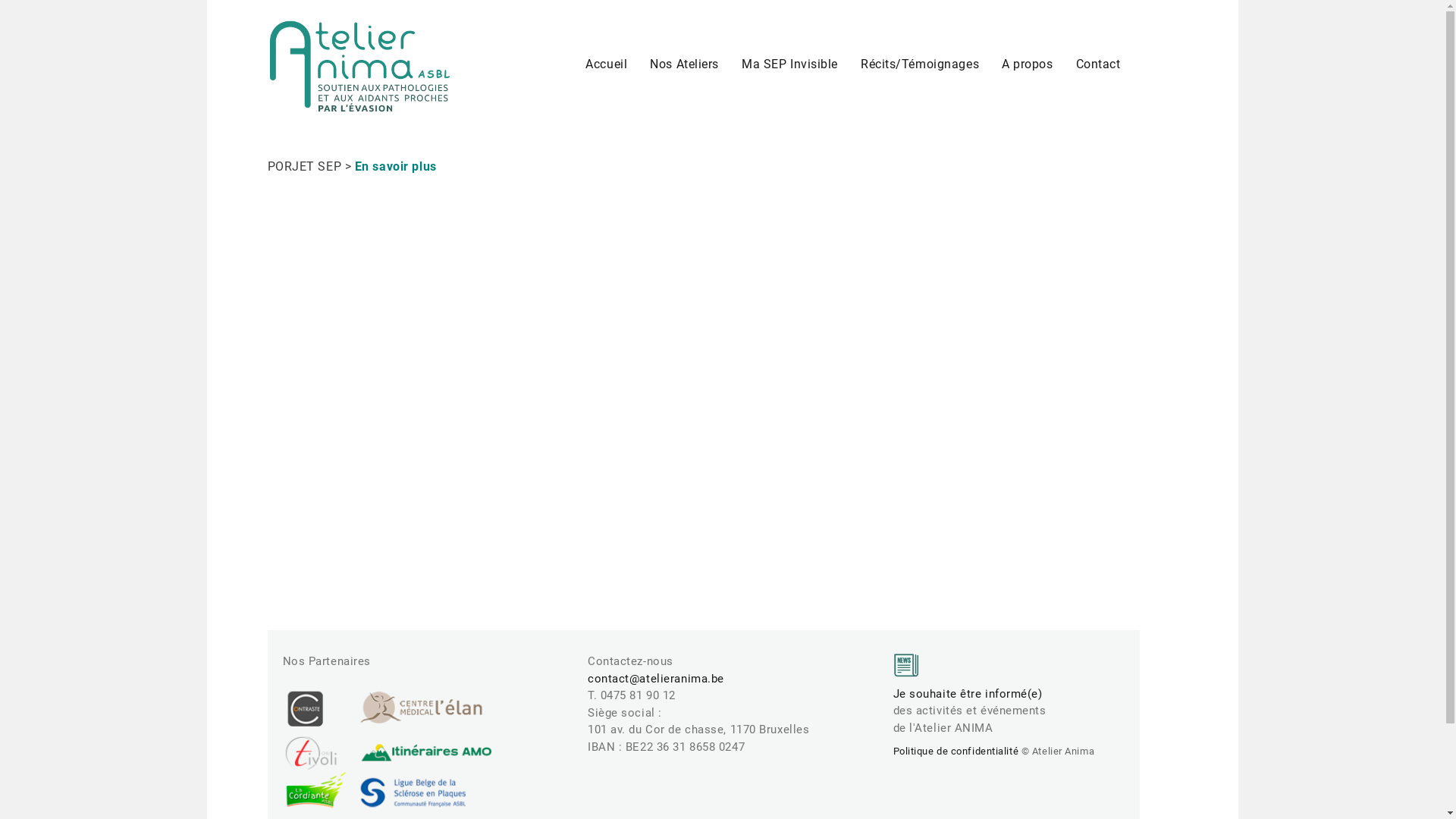  What do you see at coordinates (396, 166) in the screenshot?
I see `'En savoir plus'` at bounding box center [396, 166].